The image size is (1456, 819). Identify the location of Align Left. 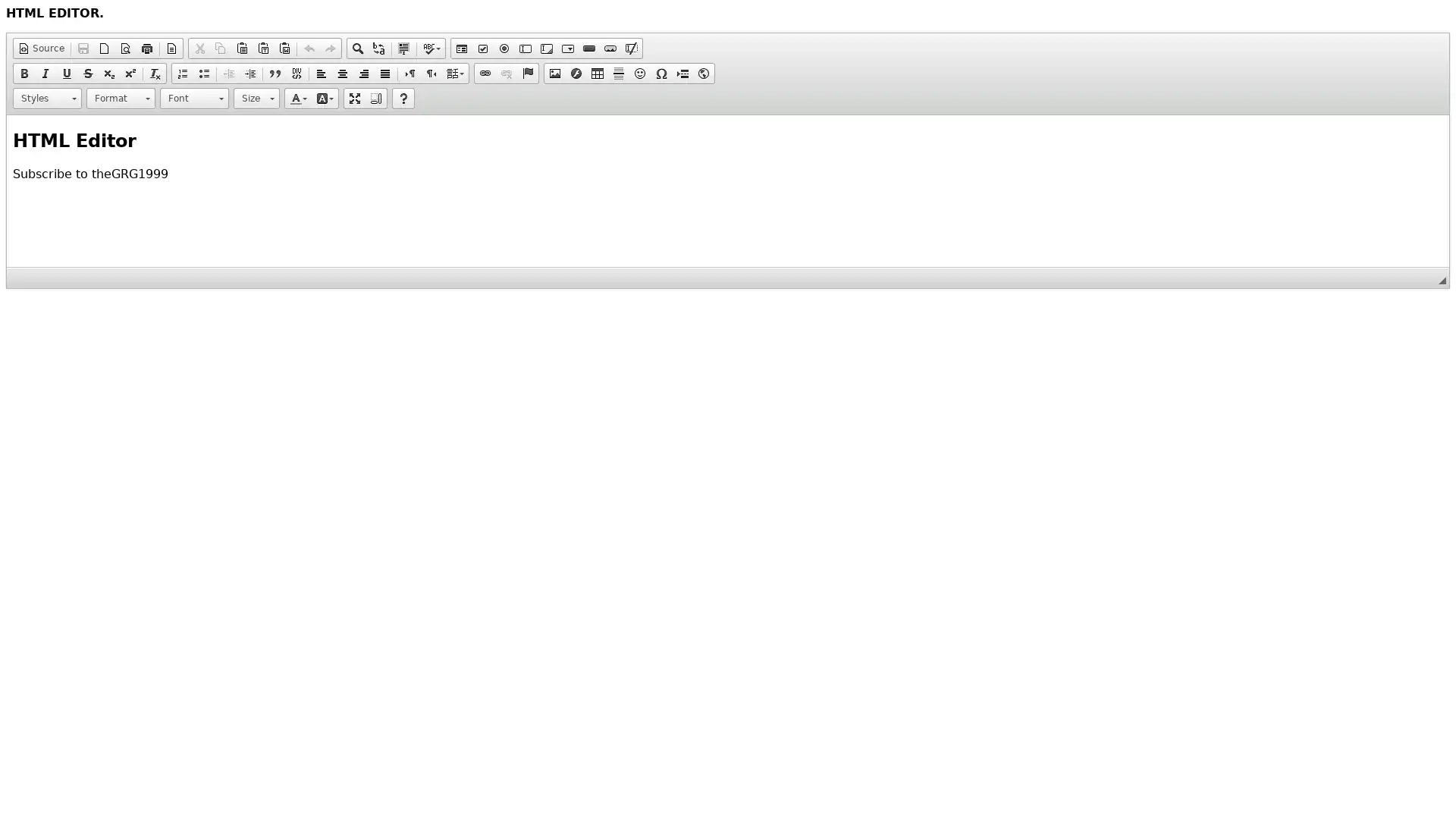
(320, 73).